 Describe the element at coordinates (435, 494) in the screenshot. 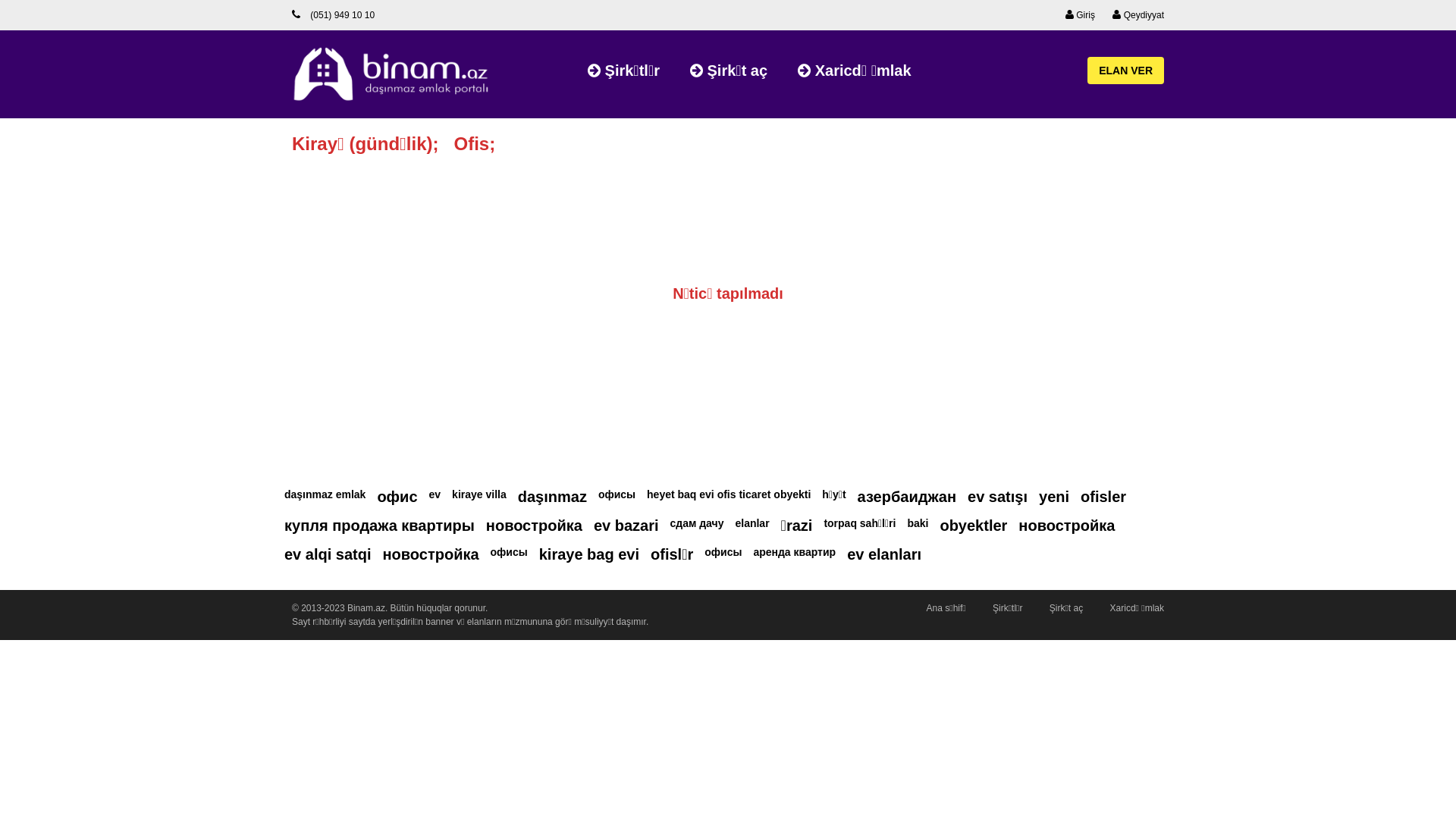

I see `'ev'` at that location.